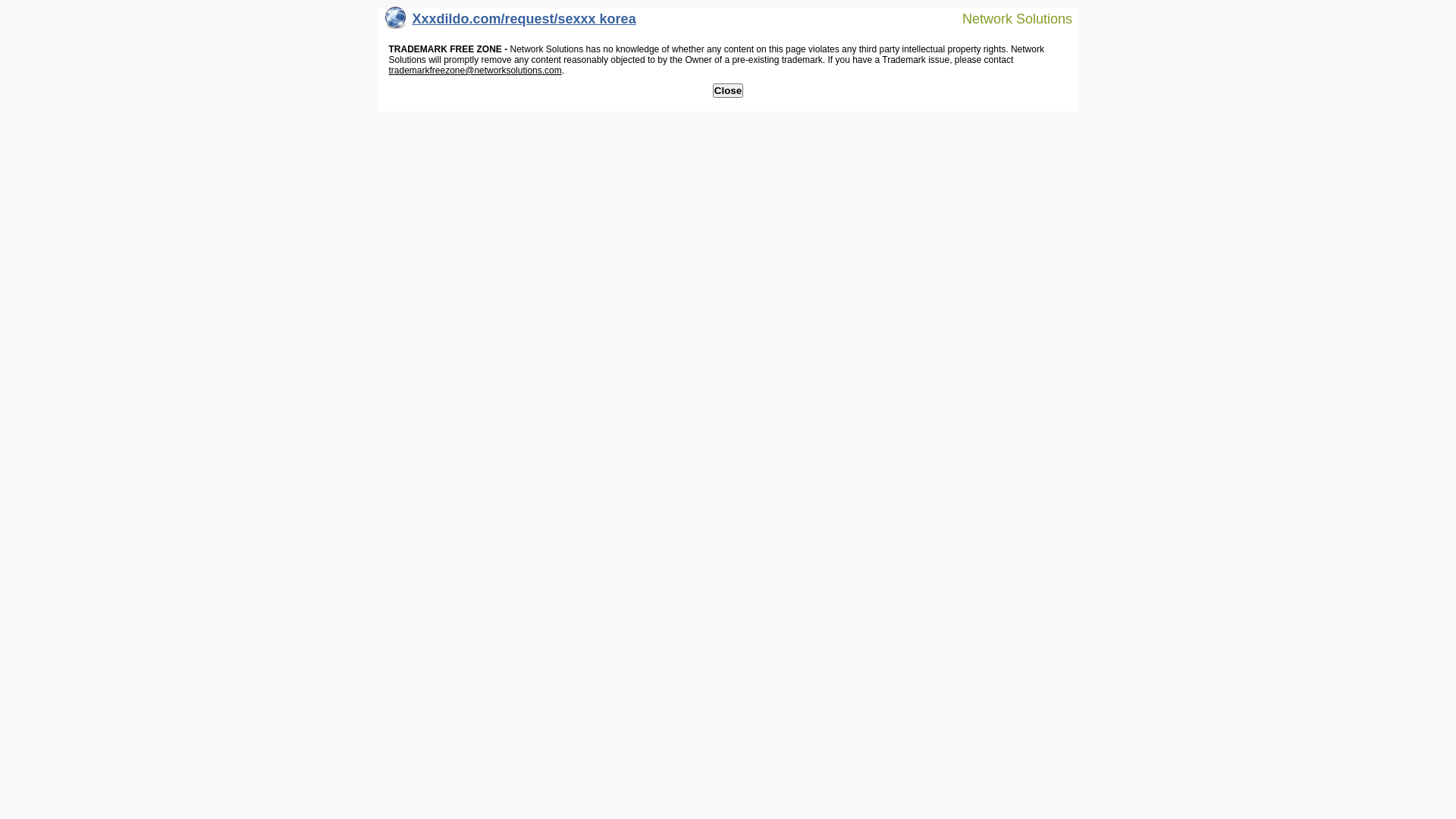 Image resolution: width=1456 pixels, height=819 pixels. What do you see at coordinates (728, 90) in the screenshot?
I see `'Close'` at bounding box center [728, 90].